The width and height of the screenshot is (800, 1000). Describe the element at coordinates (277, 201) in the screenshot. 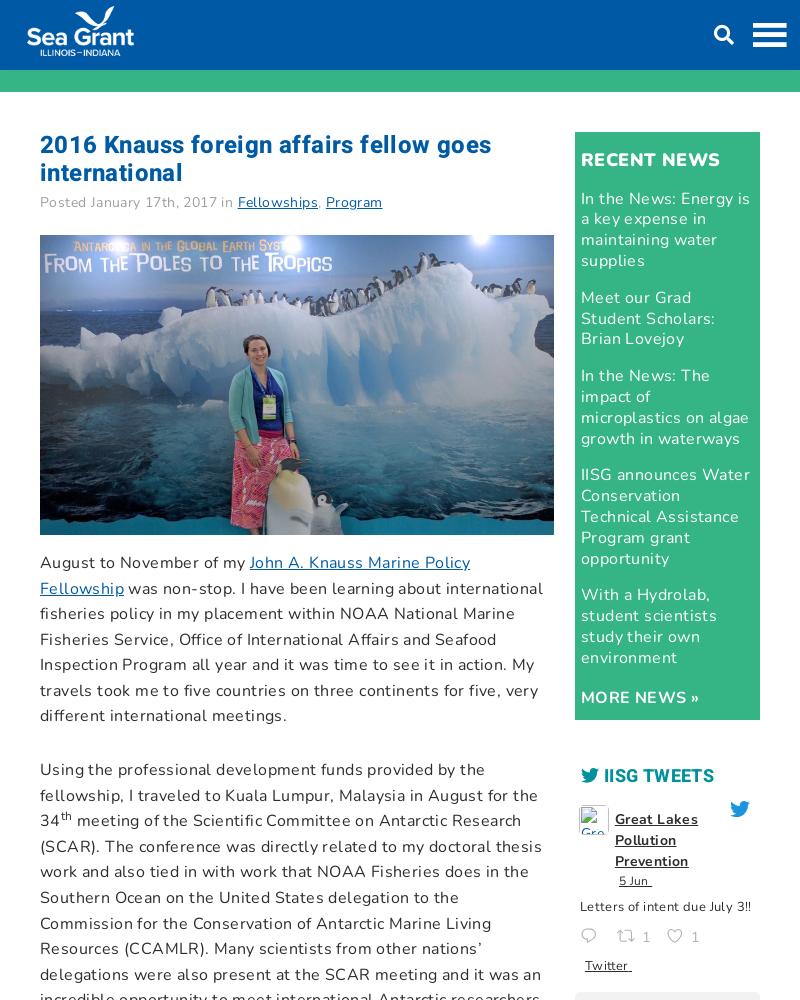

I see `'Fellowships'` at that location.